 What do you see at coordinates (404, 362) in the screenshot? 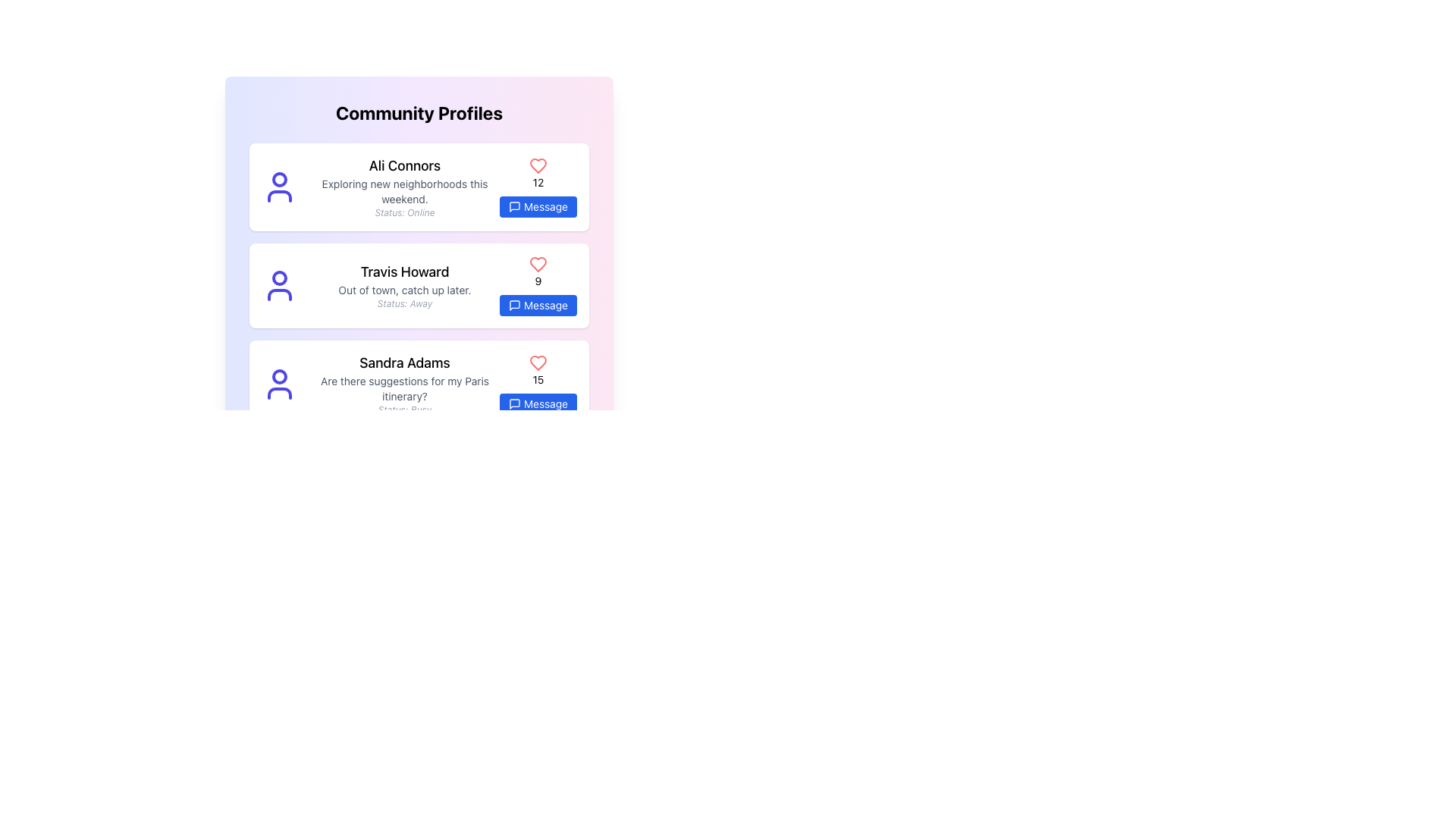
I see `the text label 'Sandra Adams' in the 'Community Profiles' section, third entry` at bounding box center [404, 362].